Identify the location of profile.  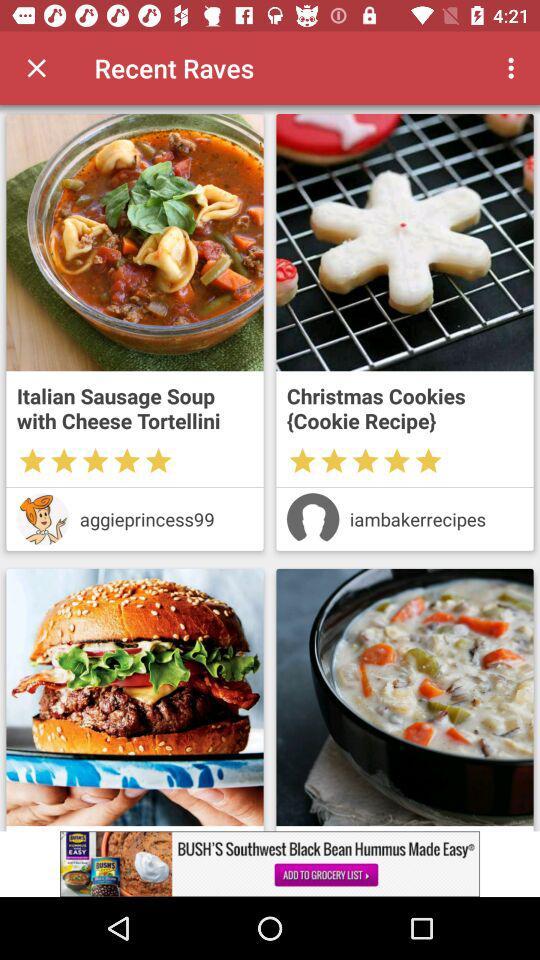
(313, 518).